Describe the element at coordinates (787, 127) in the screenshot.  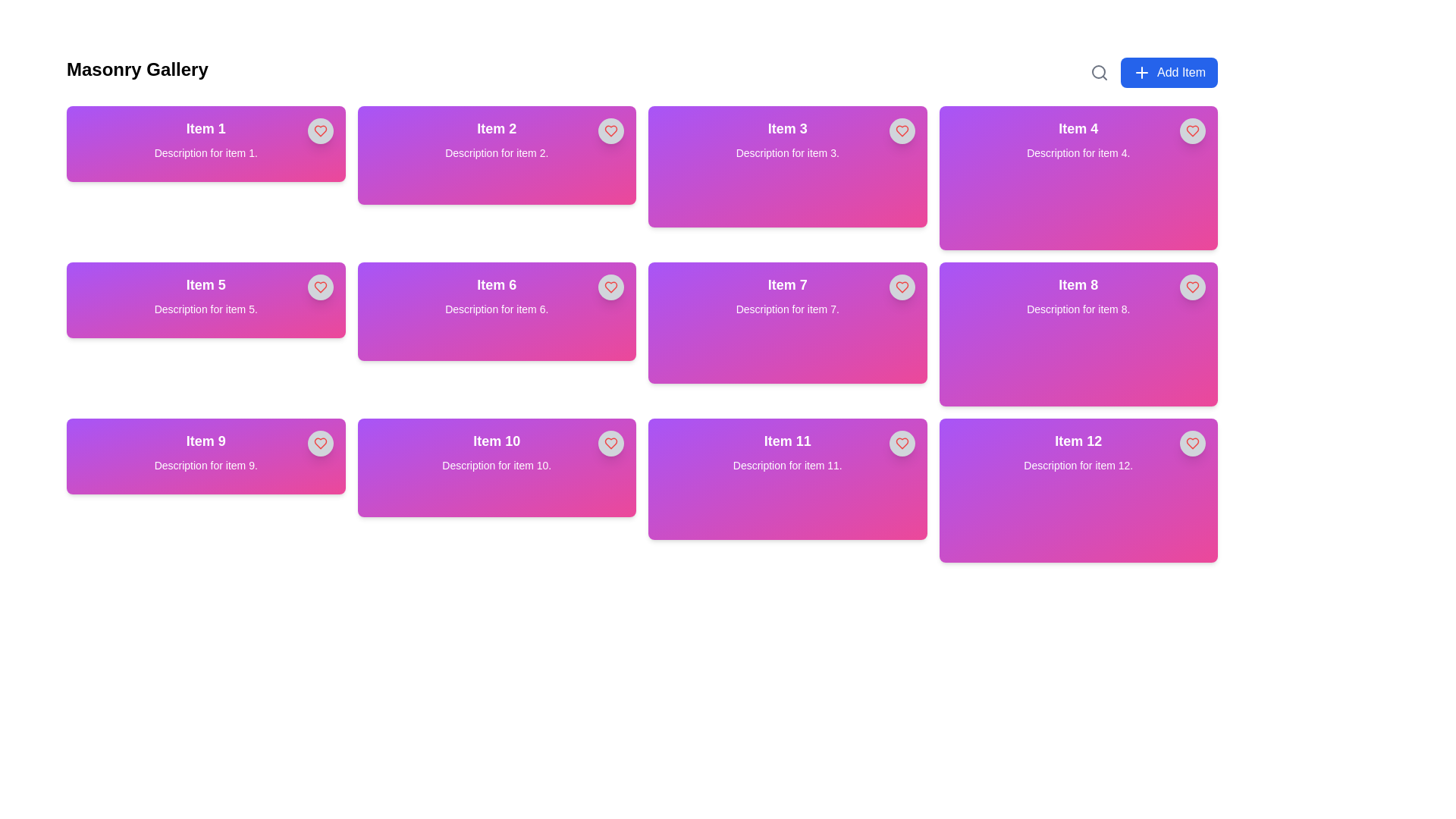
I see `the text label that displays 'Item 3' in a bold font on a purple-to-pink gradient card, located in the third card of the masonry layout` at that location.